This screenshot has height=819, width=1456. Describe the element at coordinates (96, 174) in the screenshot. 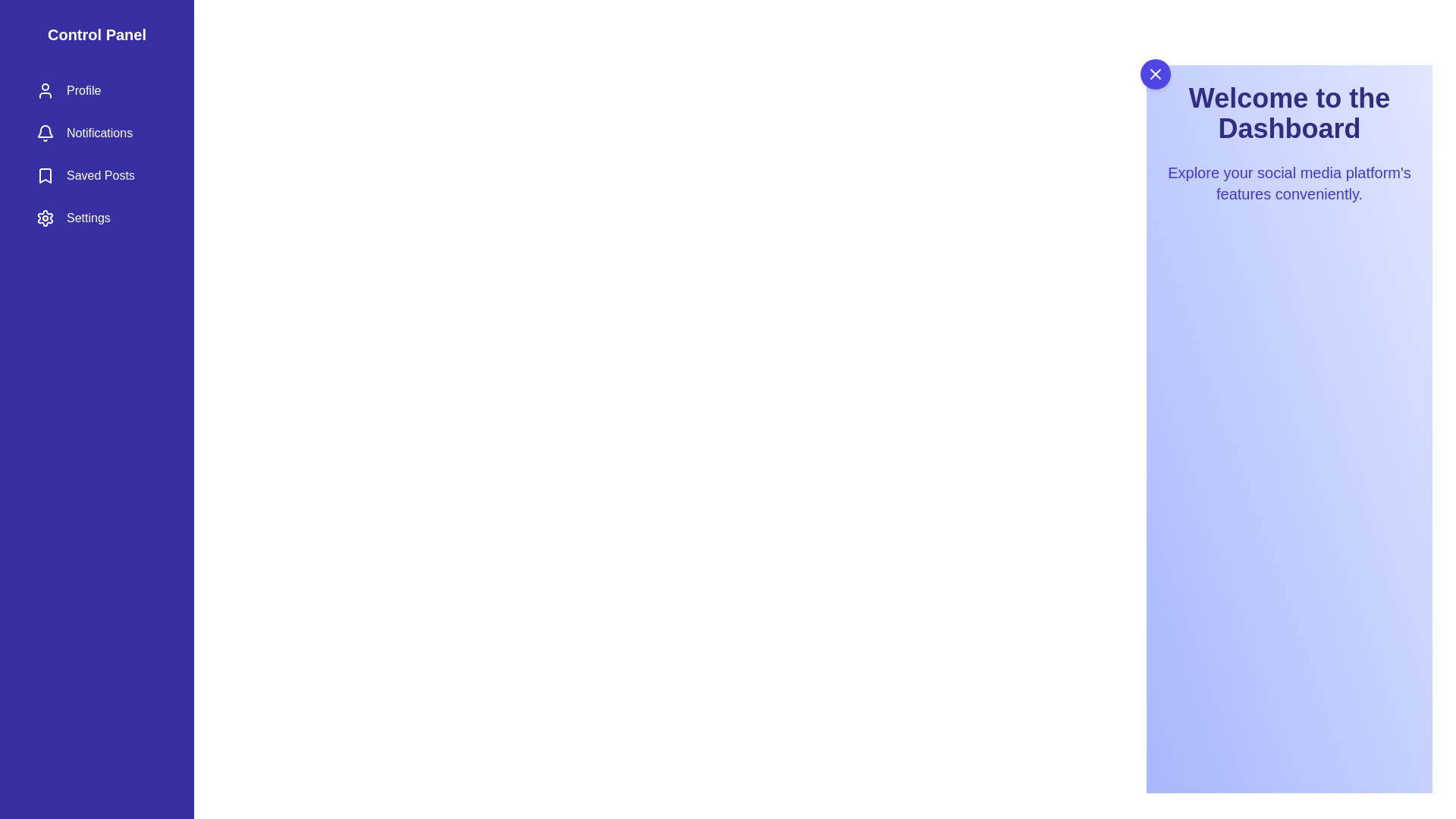

I see `the Saved Posts section in the drawer` at that location.